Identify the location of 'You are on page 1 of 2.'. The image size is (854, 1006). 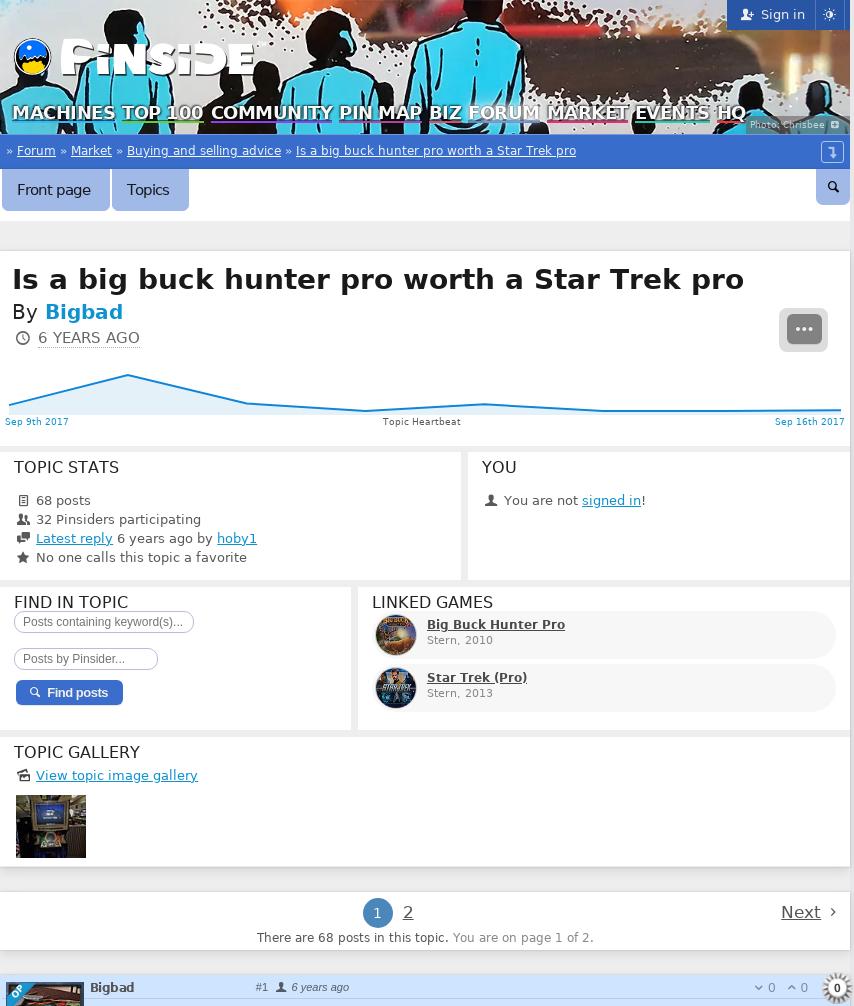
(522, 936).